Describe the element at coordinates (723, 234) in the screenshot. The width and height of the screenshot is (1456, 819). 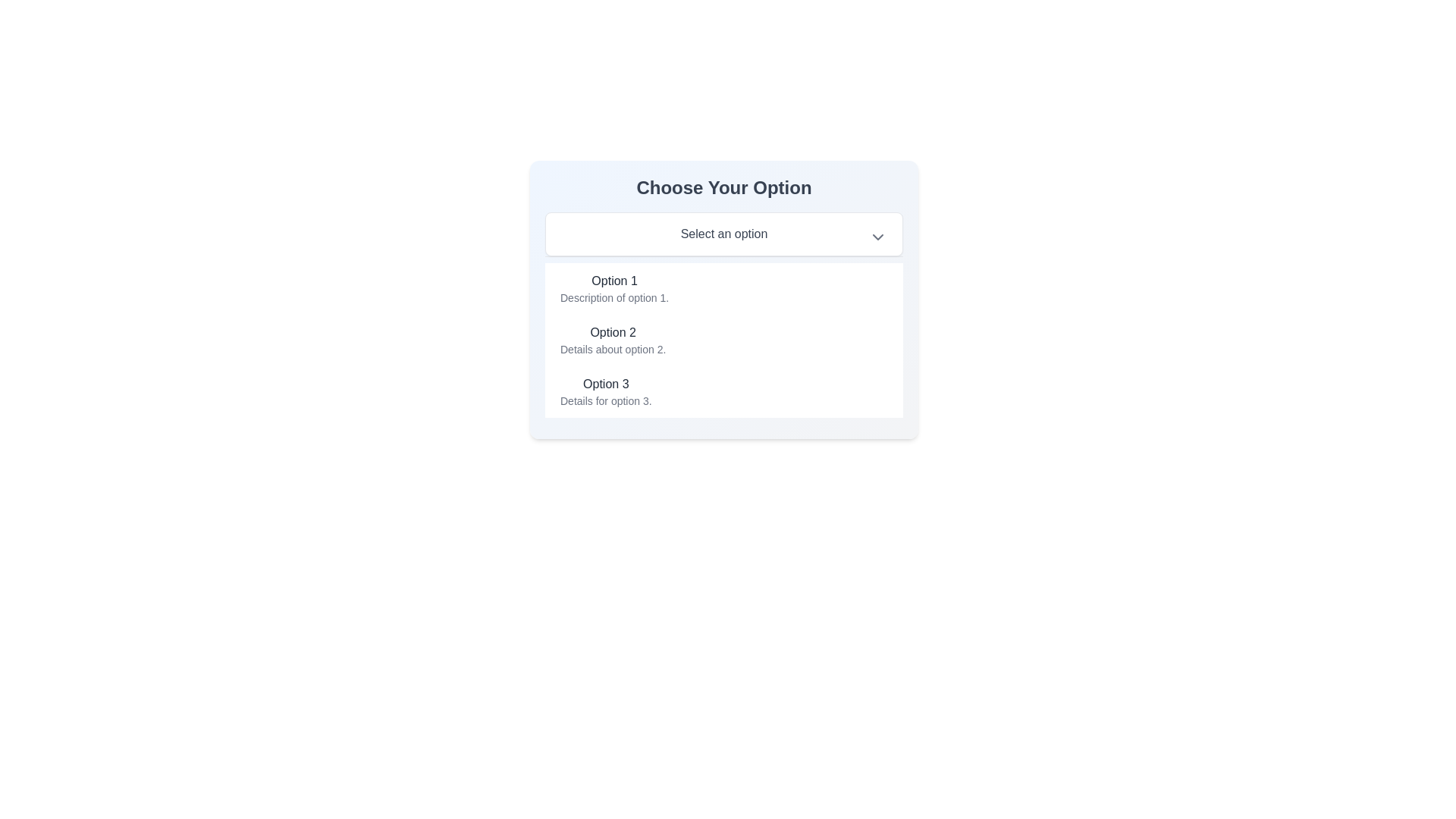
I see `the dropdown menu trigger which has a white background, curved corners, and contains the text 'Select an option' with a chevron icon on the right, positioned below the 'Choose Your Option' title` at that location.